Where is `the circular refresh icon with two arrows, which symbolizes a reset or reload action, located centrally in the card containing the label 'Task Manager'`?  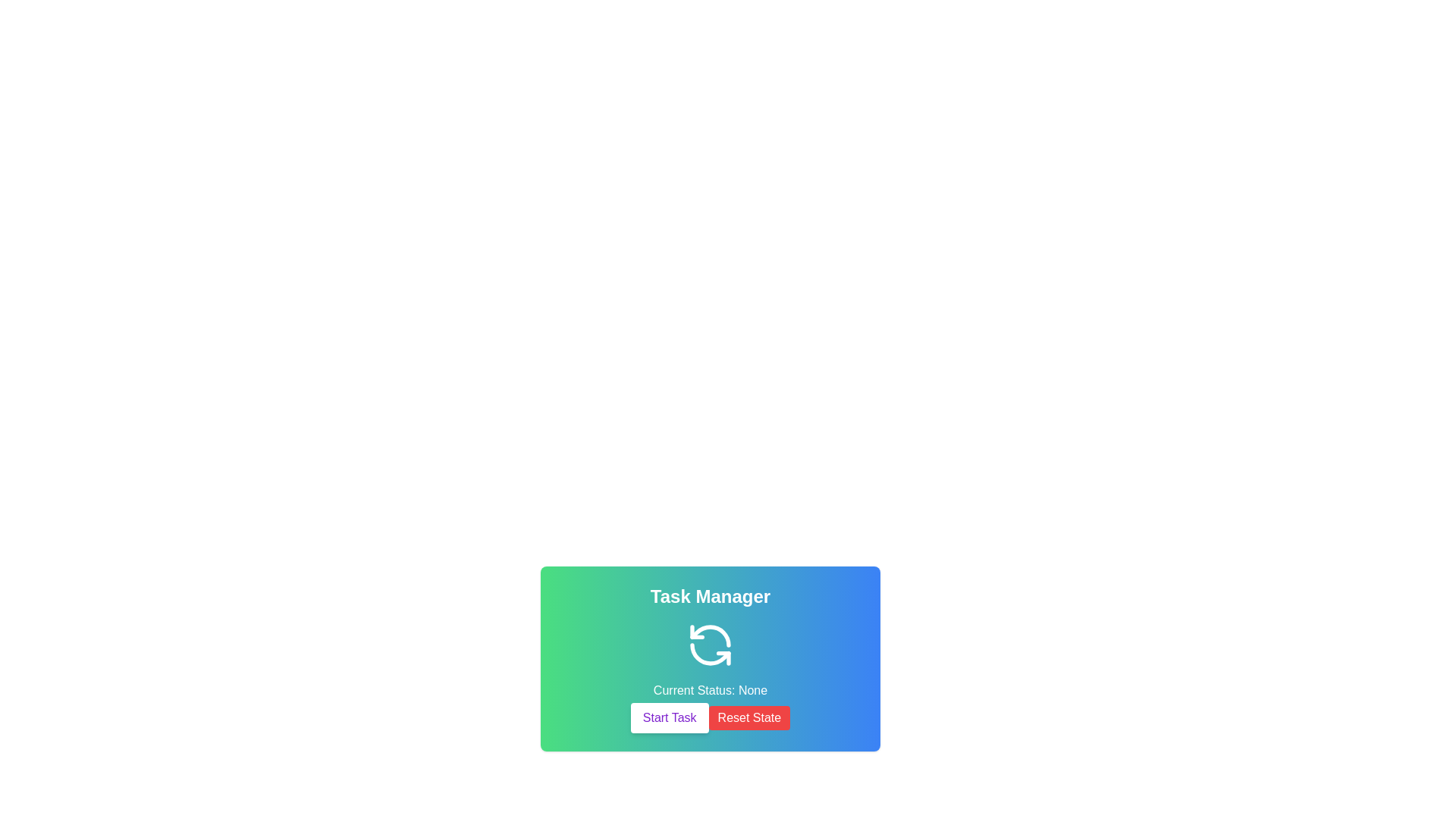 the circular refresh icon with two arrows, which symbolizes a reset or reload action, located centrally in the card containing the label 'Task Manager' is located at coordinates (709, 645).